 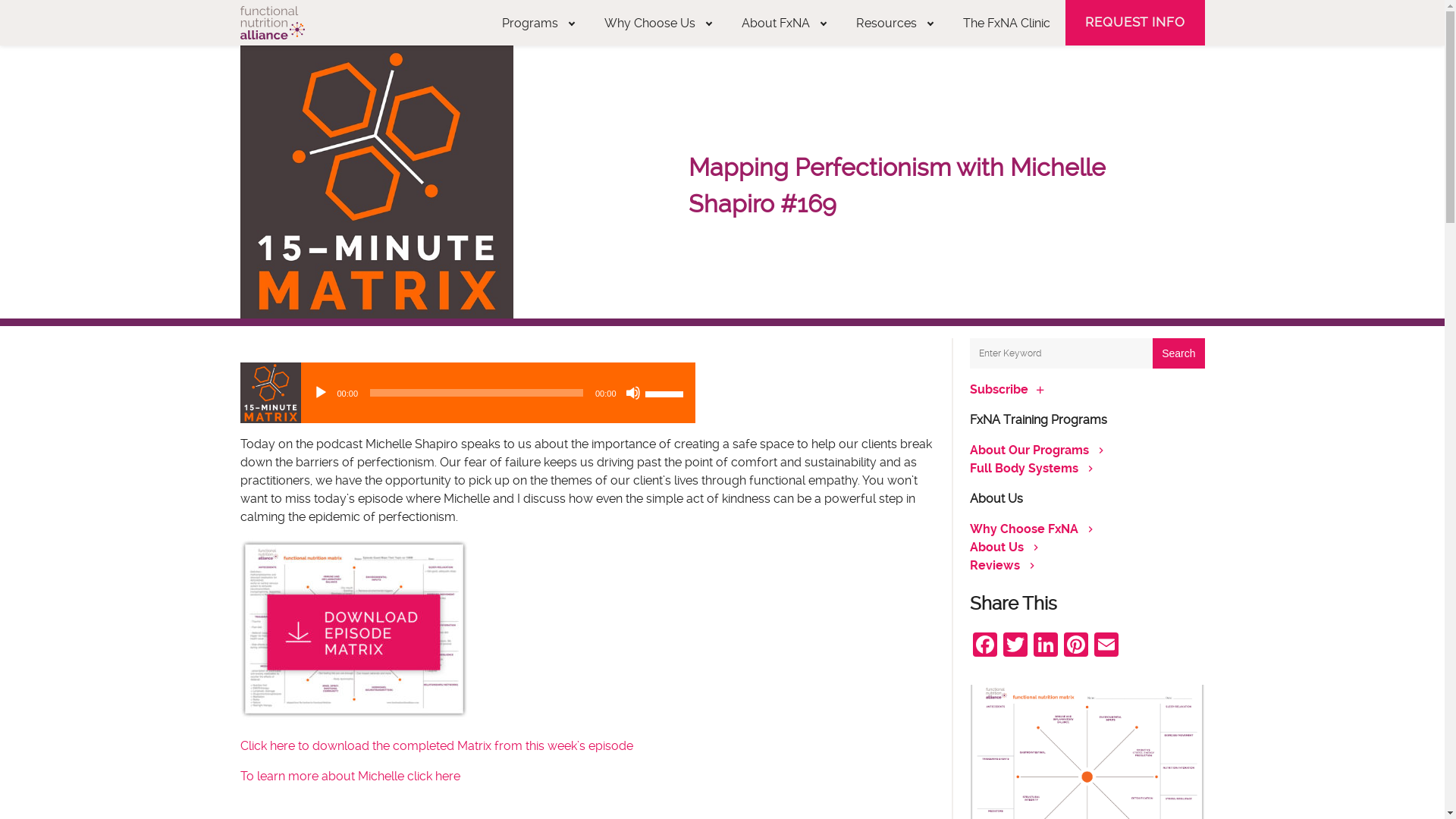 I want to click on 'Why Choose Us', so click(x=657, y=23).